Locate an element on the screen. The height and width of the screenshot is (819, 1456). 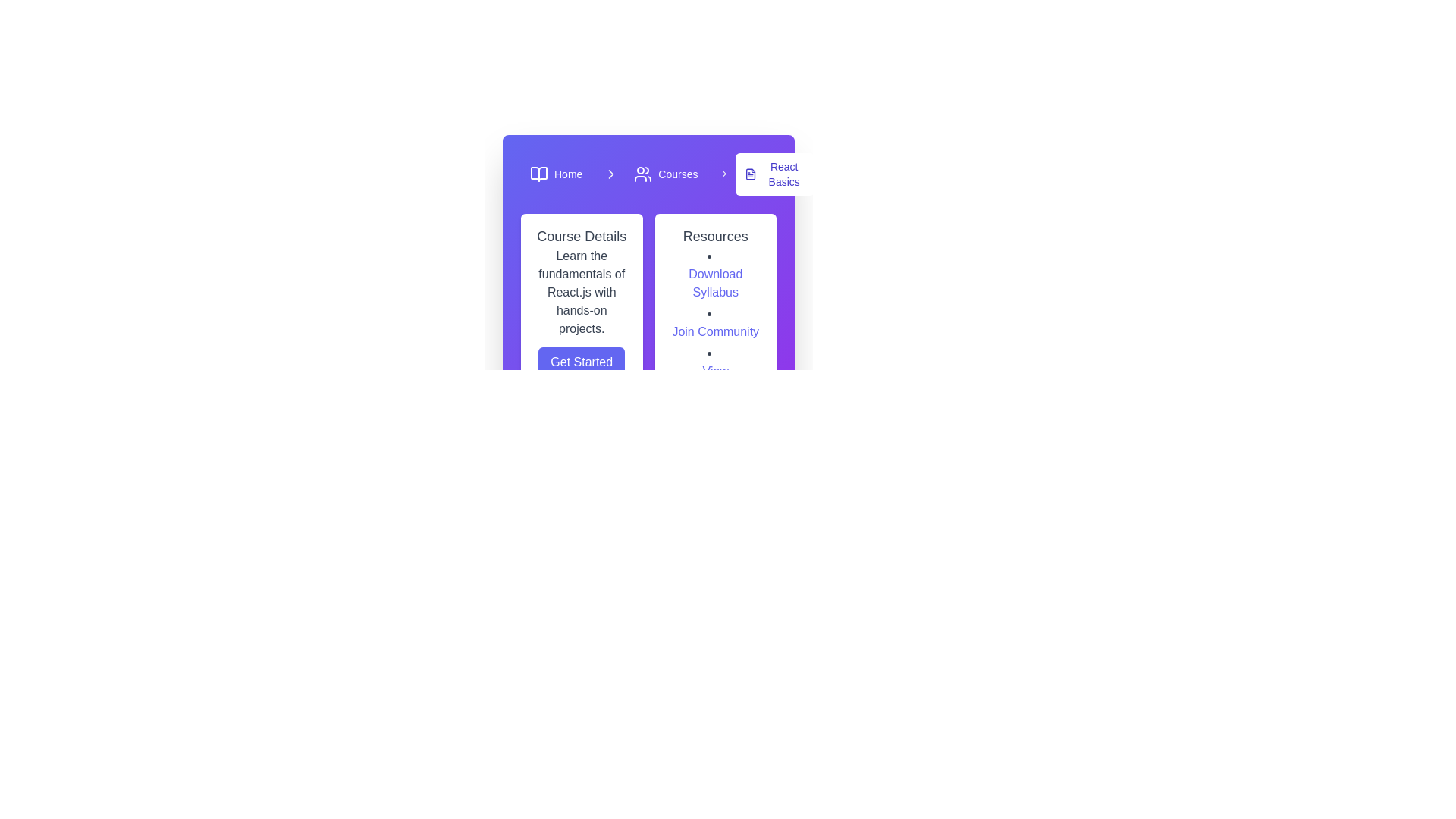
the vector graphic icon representing a file or document located at the top right section of the interface near the 'React Basics' breadcrumb is located at coordinates (751, 174).